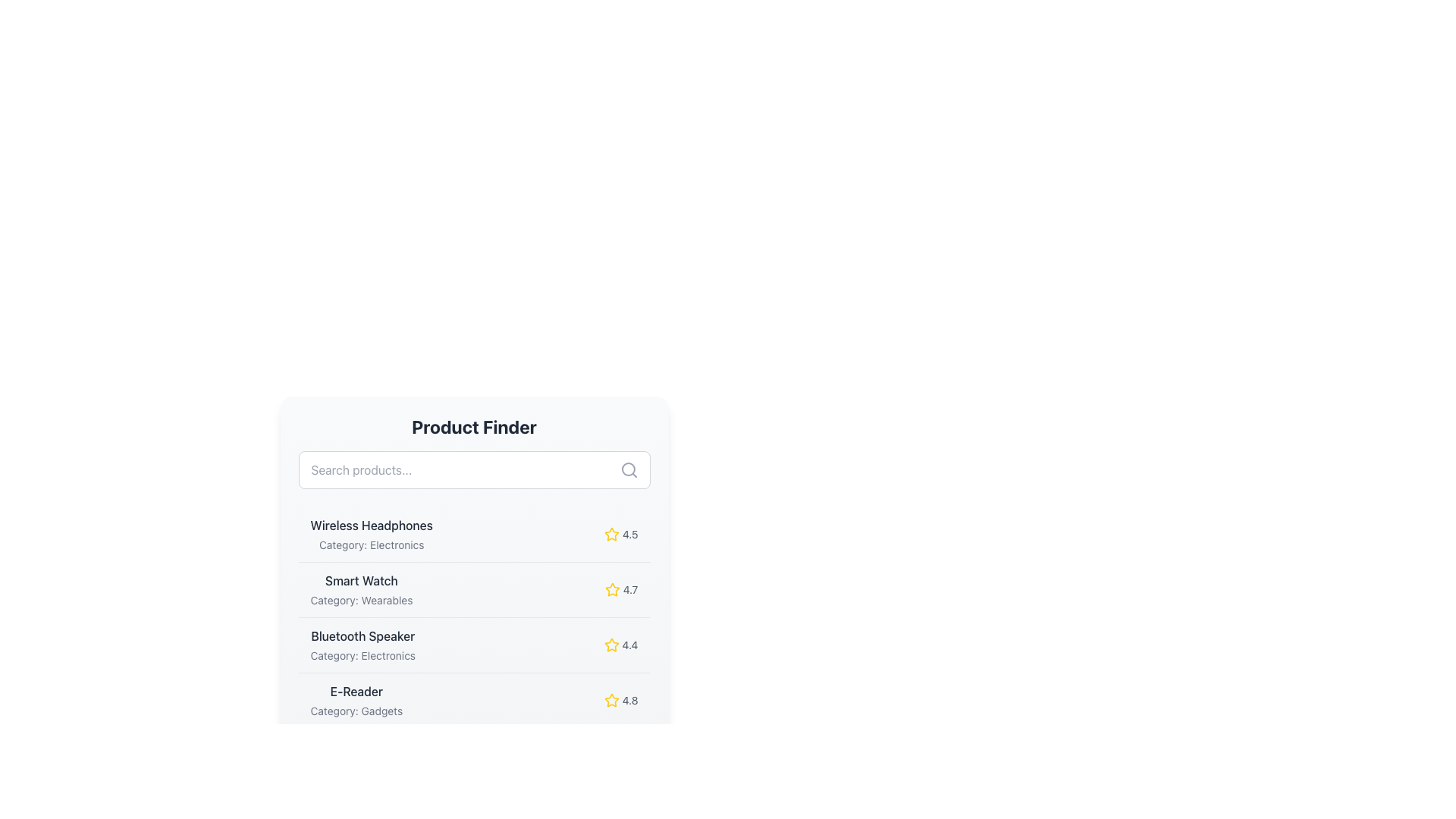 The height and width of the screenshot is (819, 1456). What do you see at coordinates (362, 654) in the screenshot?
I see `the text label that reads 'Category: Electronics', which is positioned below the 'Bluetooth Speaker' label in a vertically arranged list` at bounding box center [362, 654].